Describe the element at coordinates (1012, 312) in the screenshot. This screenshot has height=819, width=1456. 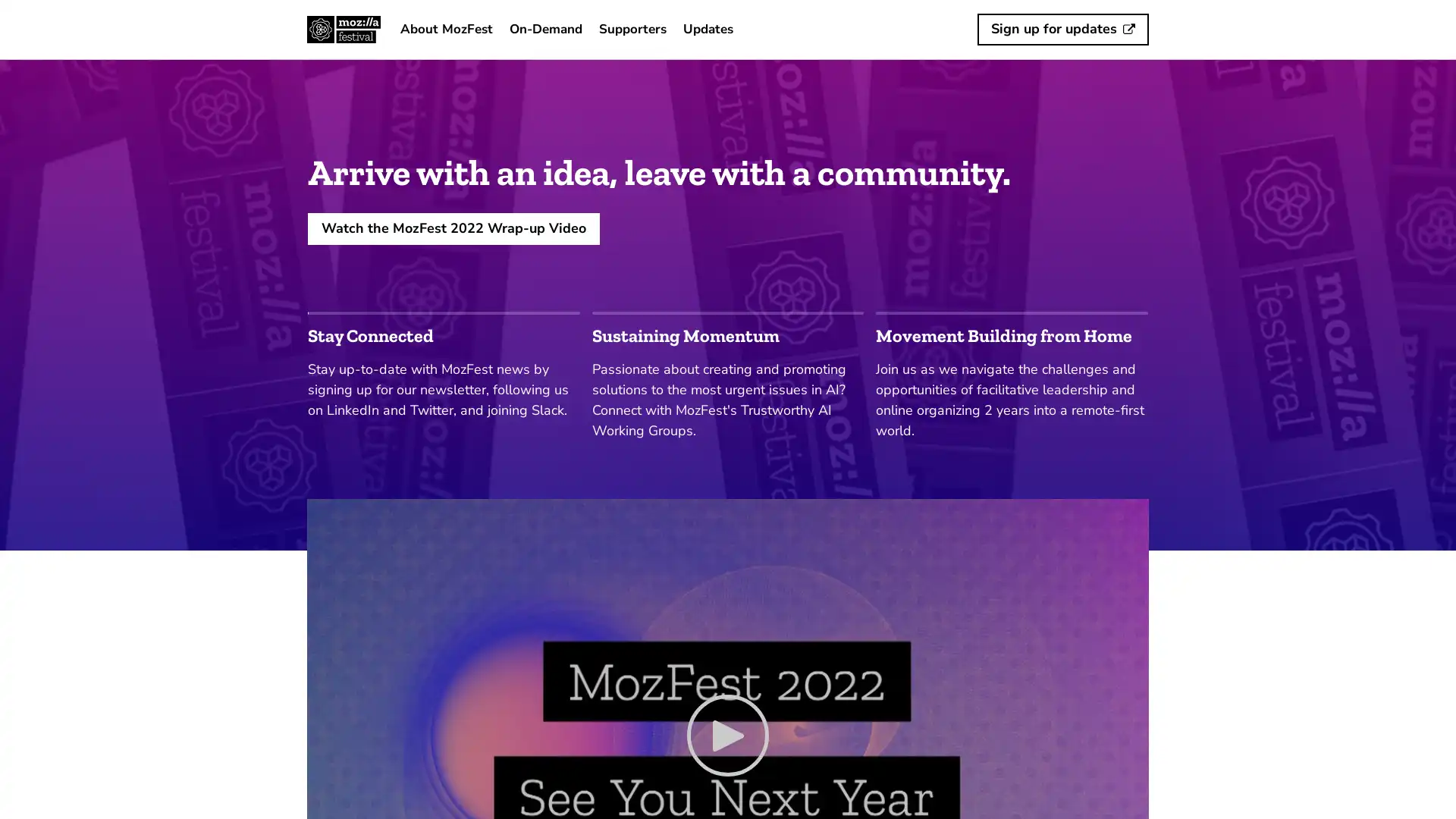
I see `Go to slide 3` at that location.